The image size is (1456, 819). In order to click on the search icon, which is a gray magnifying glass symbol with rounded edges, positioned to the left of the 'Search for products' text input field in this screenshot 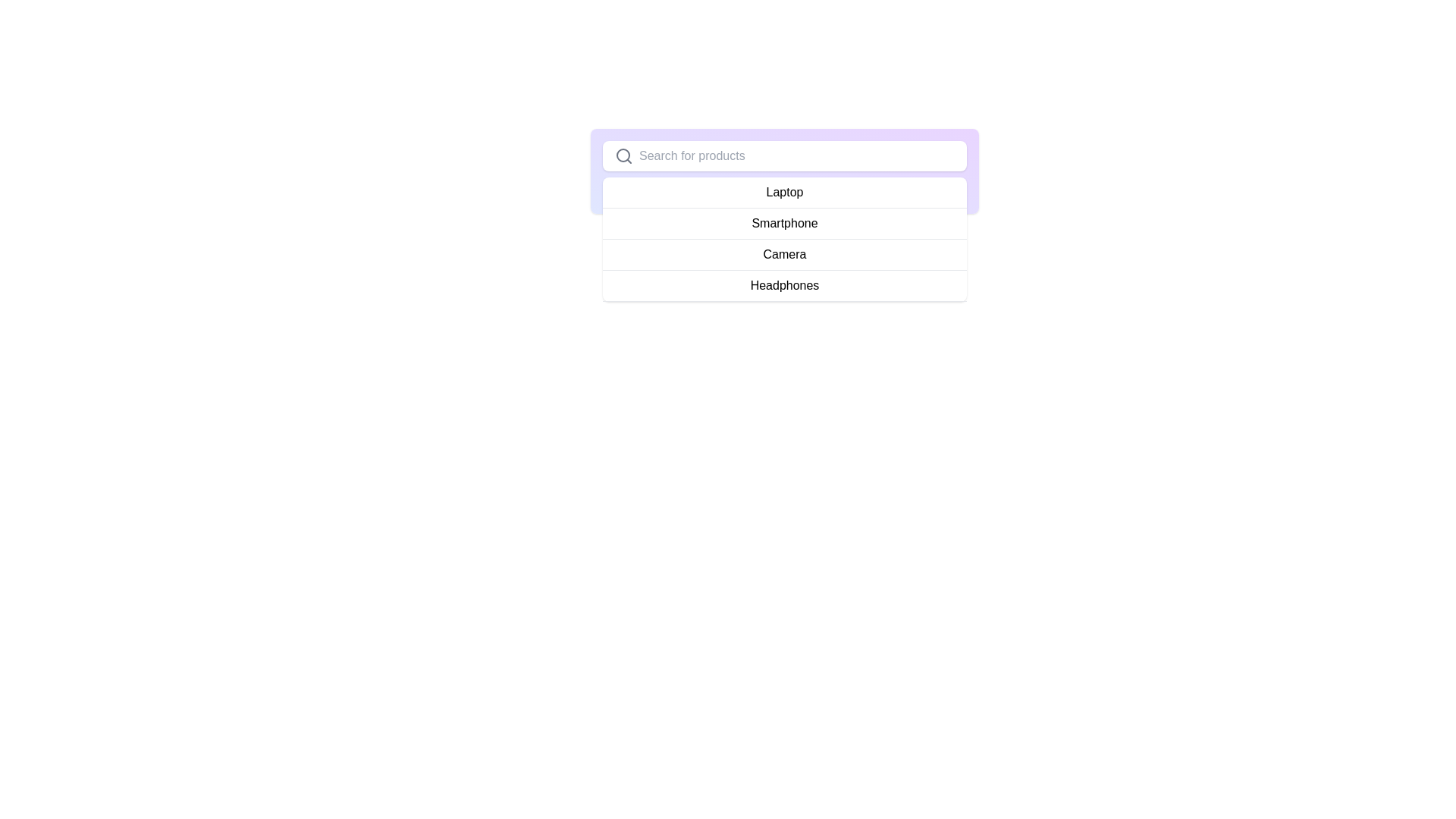, I will do `click(623, 155)`.